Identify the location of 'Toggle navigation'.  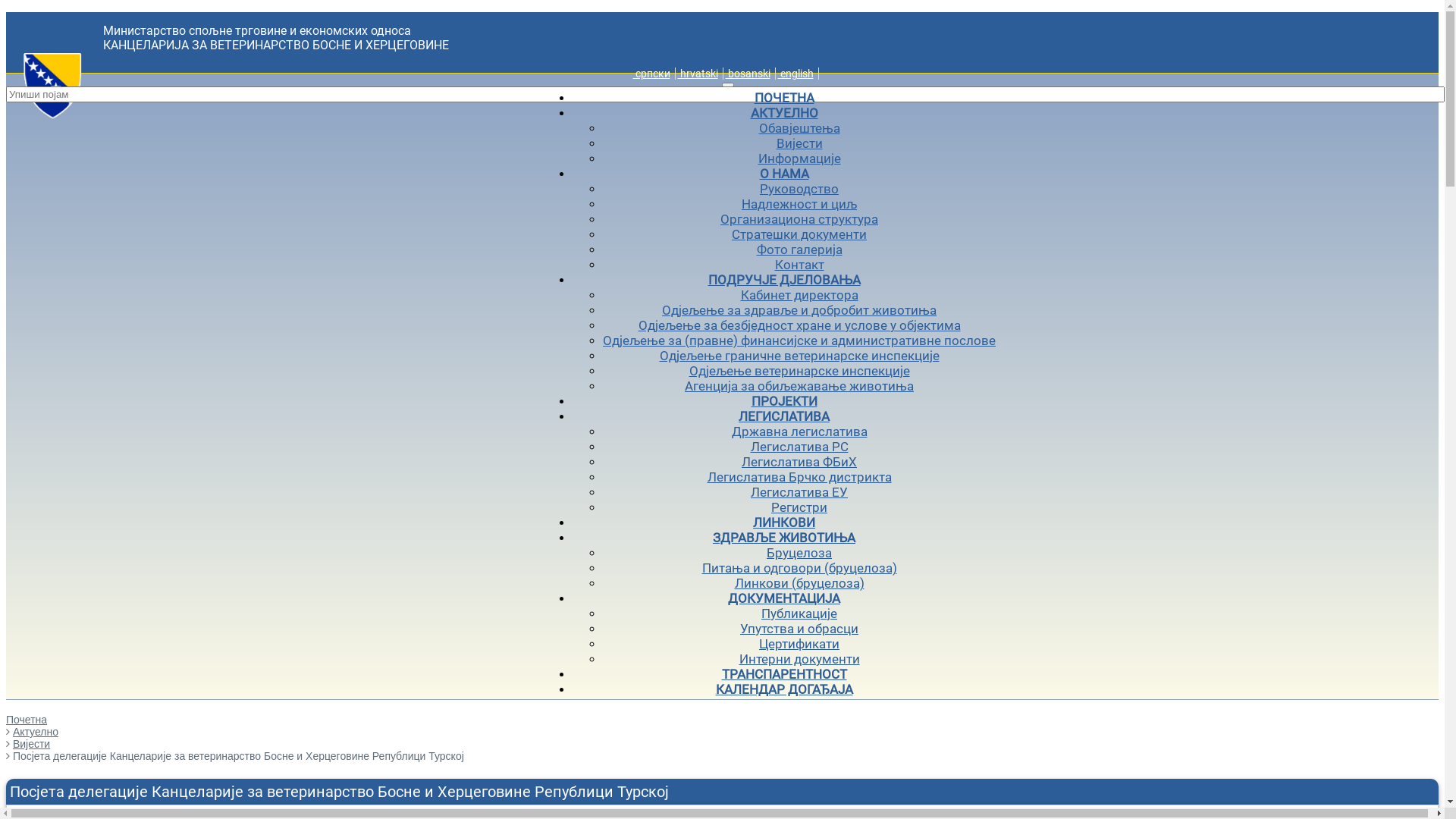
(728, 84).